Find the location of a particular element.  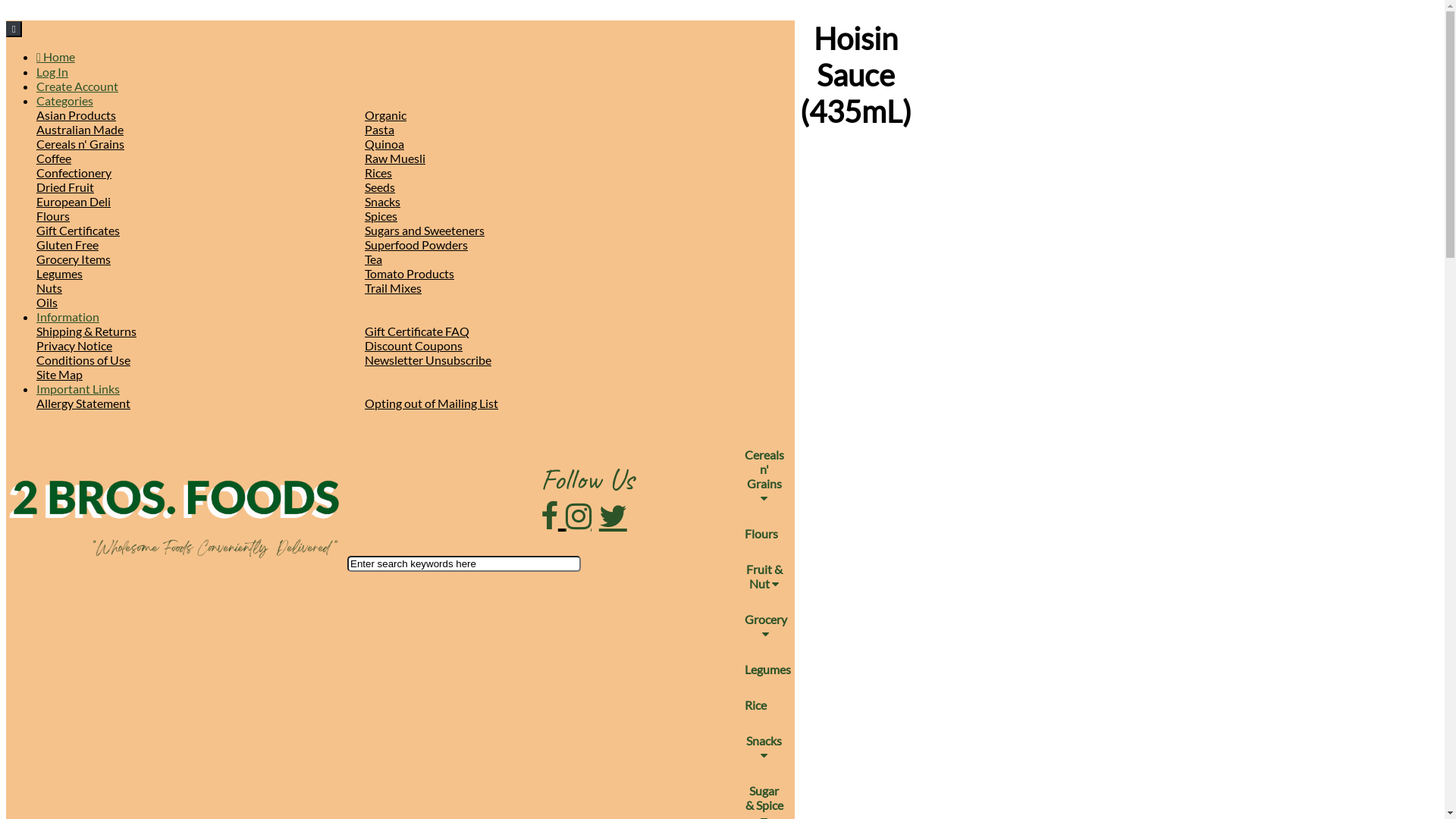

'Trail Mixes' is located at coordinates (393, 287).